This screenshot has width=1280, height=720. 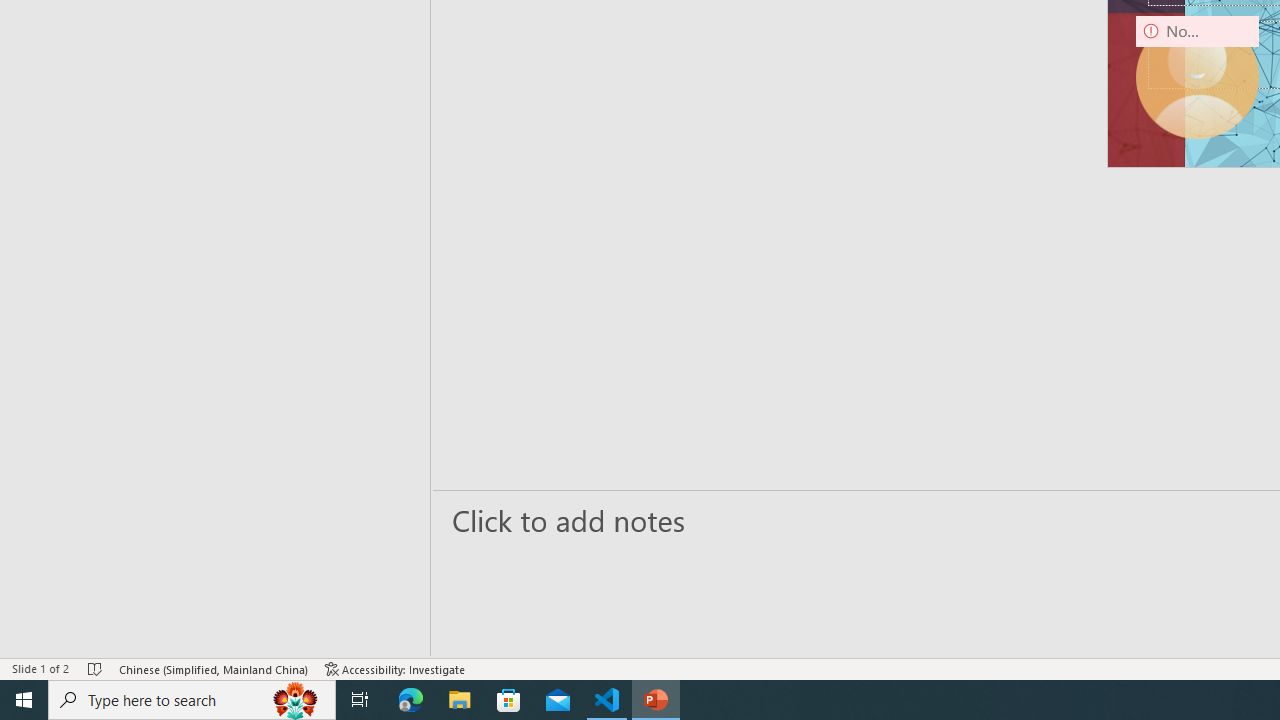 I want to click on 'Microsoft Edge', so click(x=410, y=698).